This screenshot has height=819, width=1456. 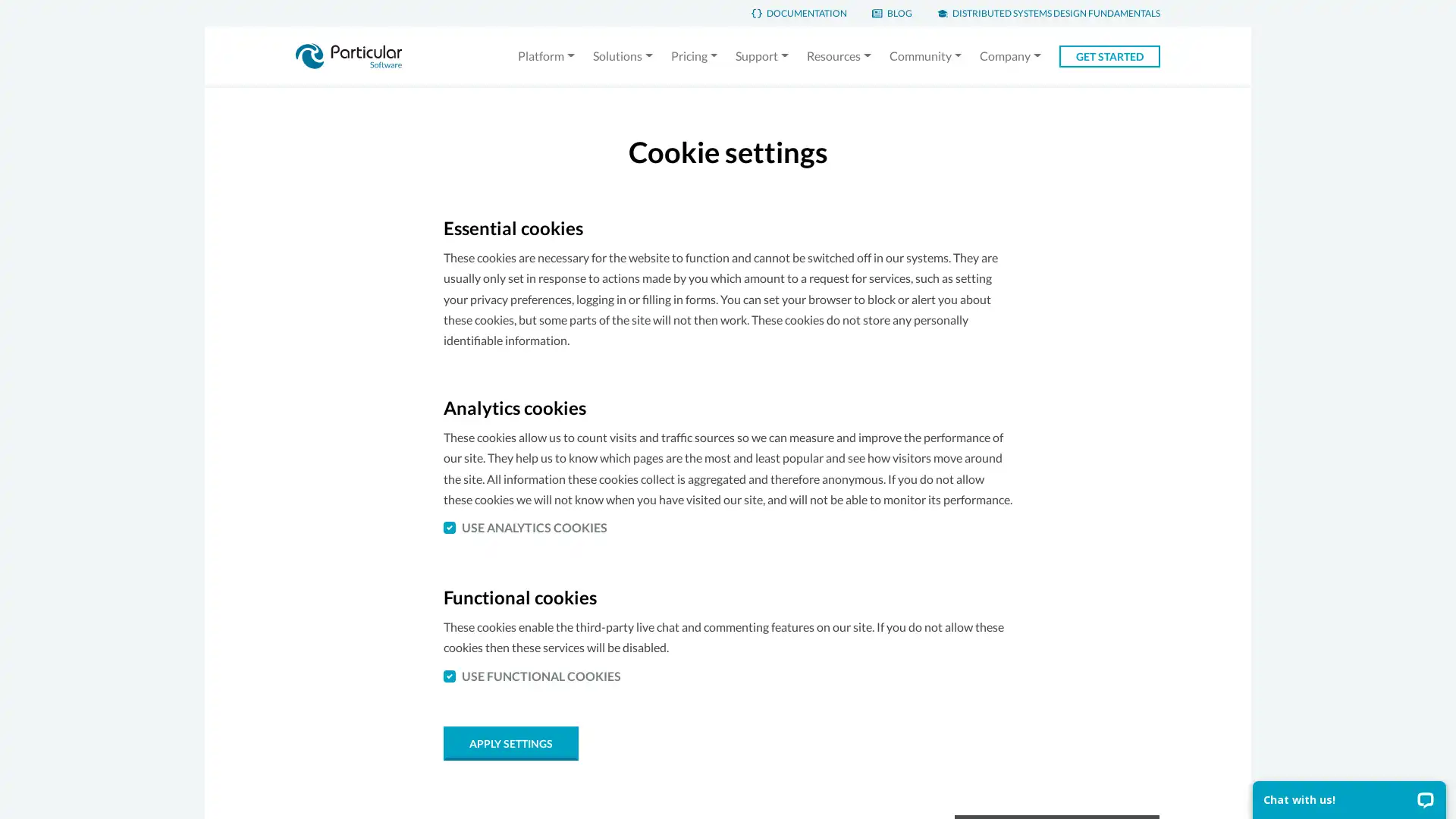 What do you see at coordinates (510, 742) in the screenshot?
I see `APPLY SETTINGS` at bounding box center [510, 742].